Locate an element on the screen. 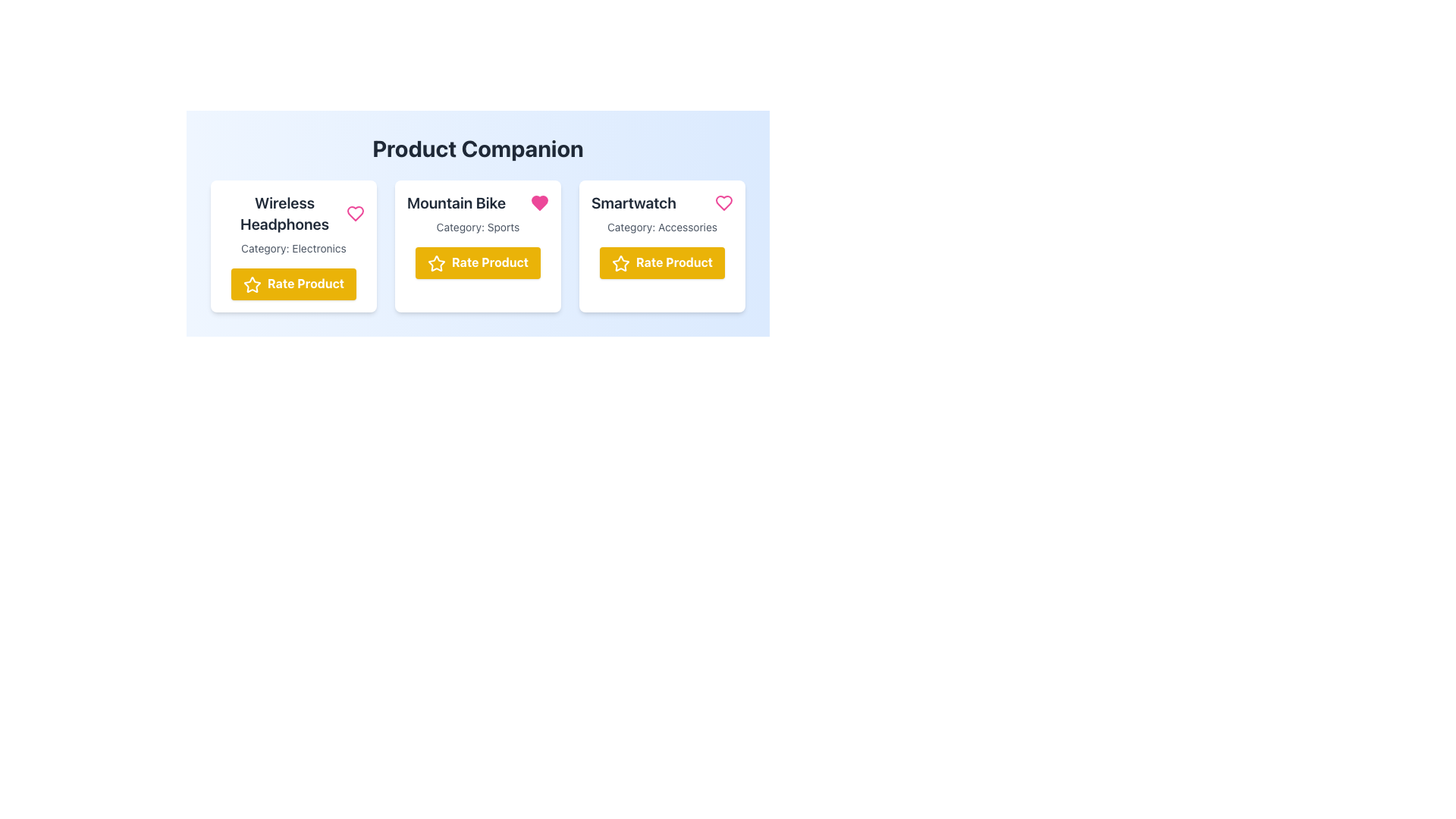 Image resolution: width=1456 pixels, height=819 pixels. the rating button located at the bottom-center of the 'Wireless Headphones' card in the 'Electronics' category to initiate the rating process is located at coordinates (293, 284).